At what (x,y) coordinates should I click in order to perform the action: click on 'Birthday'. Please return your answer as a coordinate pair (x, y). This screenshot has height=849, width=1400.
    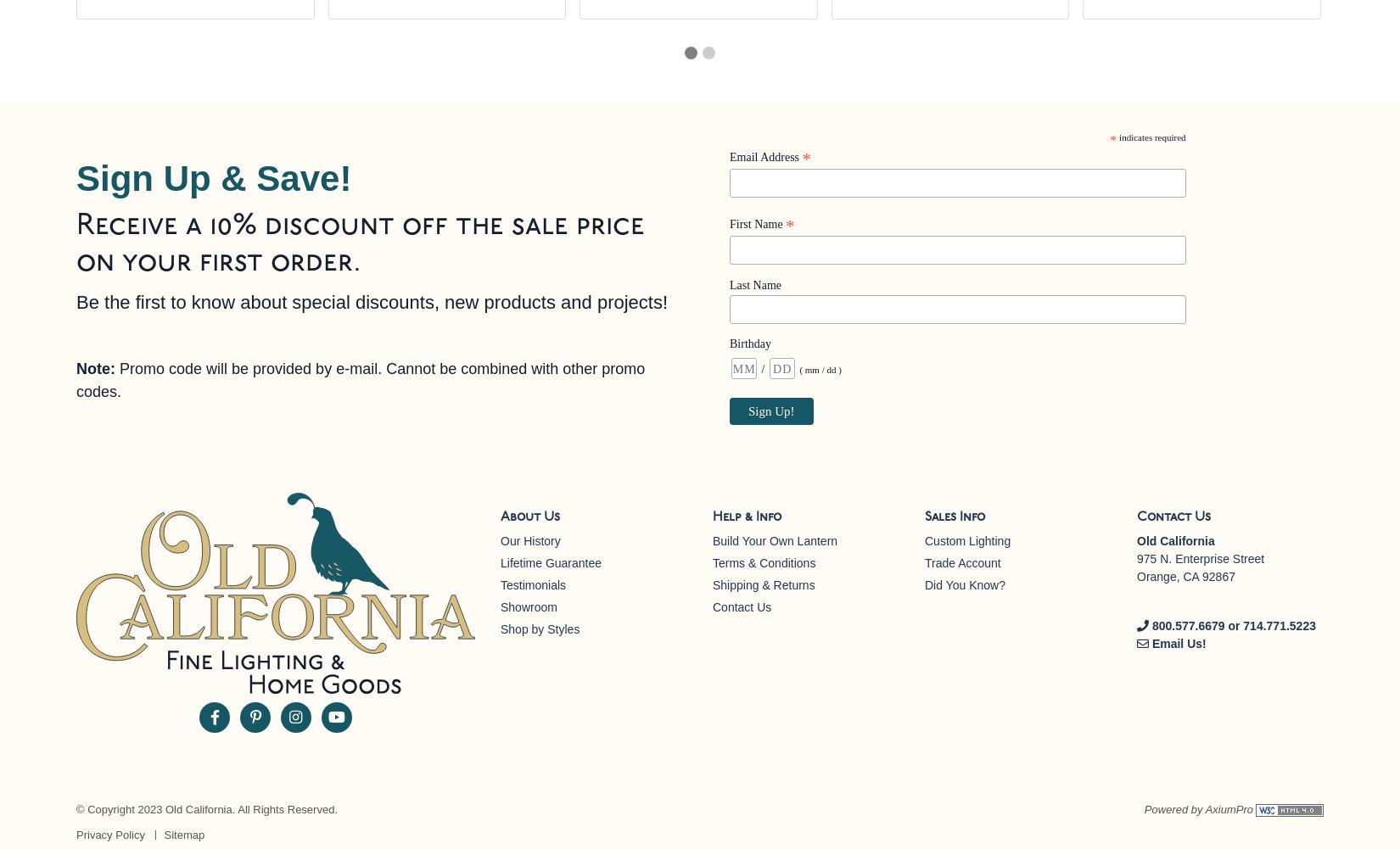
    Looking at the image, I should click on (750, 343).